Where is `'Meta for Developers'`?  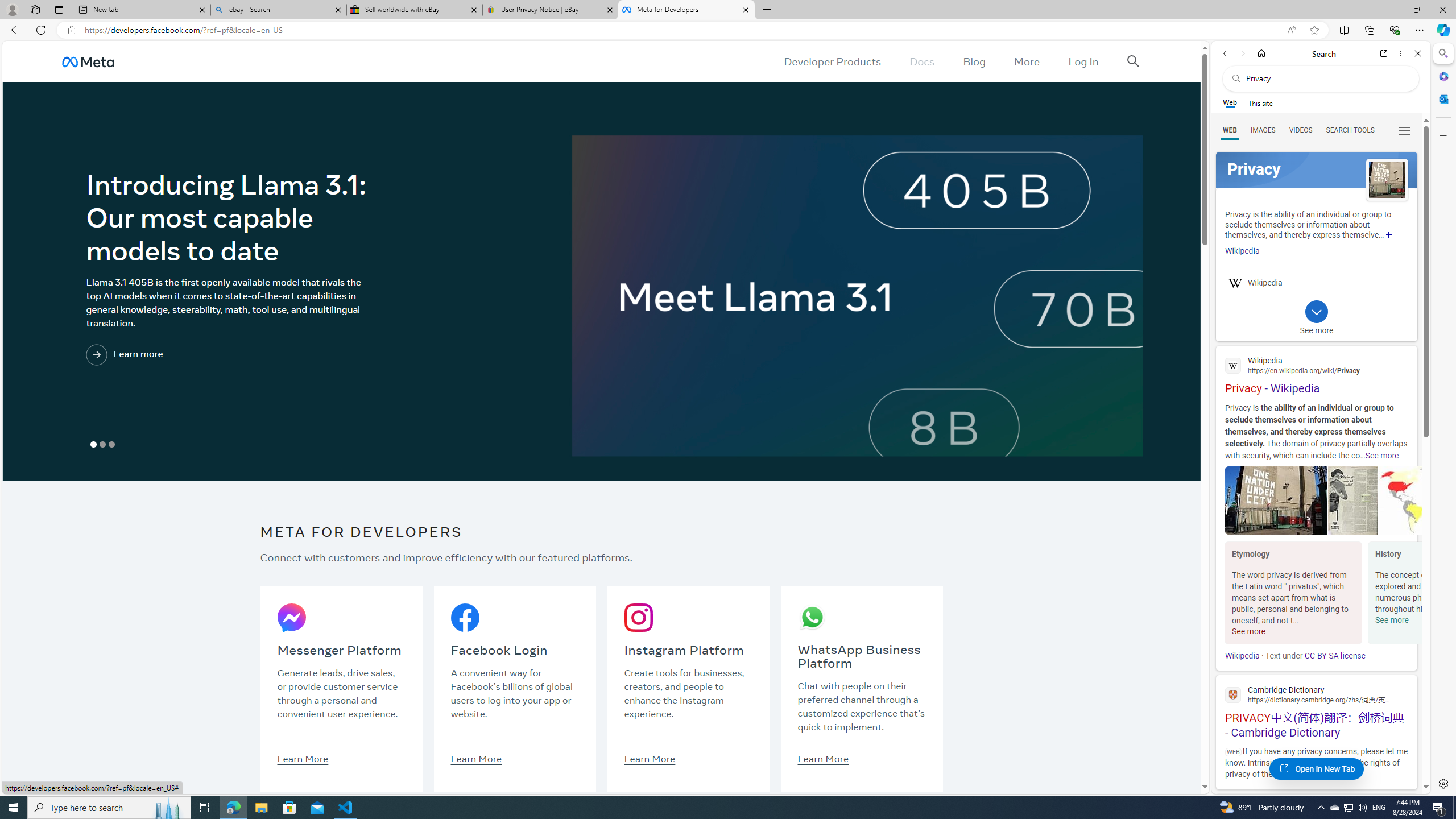 'Meta for Developers' is located at coordinates (685, 9).